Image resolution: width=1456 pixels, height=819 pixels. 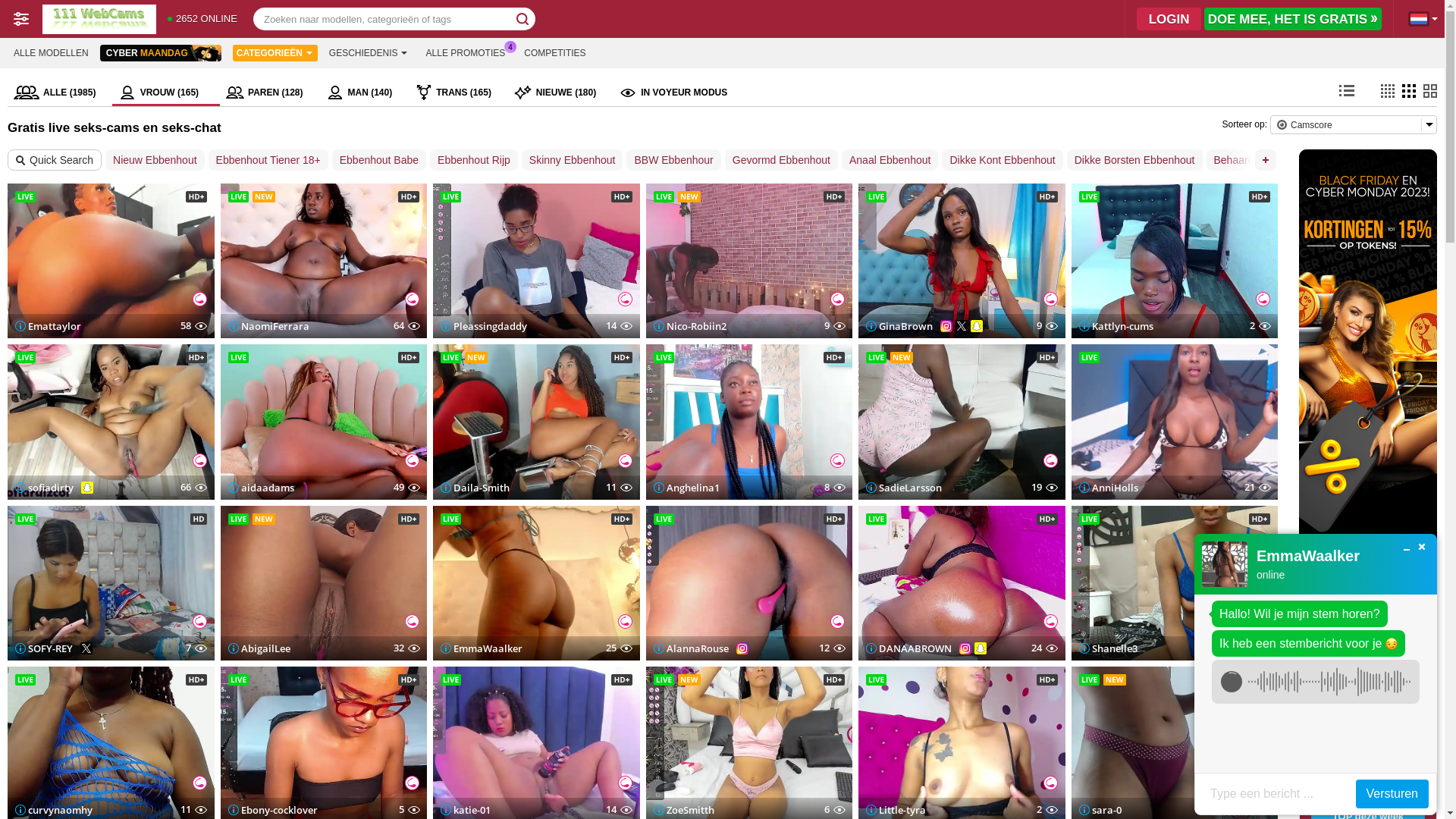 What do you see at coordinates (457, 93) in the screenshot?
I see `'TRANS (165)'` at bounding box center [457, 93].